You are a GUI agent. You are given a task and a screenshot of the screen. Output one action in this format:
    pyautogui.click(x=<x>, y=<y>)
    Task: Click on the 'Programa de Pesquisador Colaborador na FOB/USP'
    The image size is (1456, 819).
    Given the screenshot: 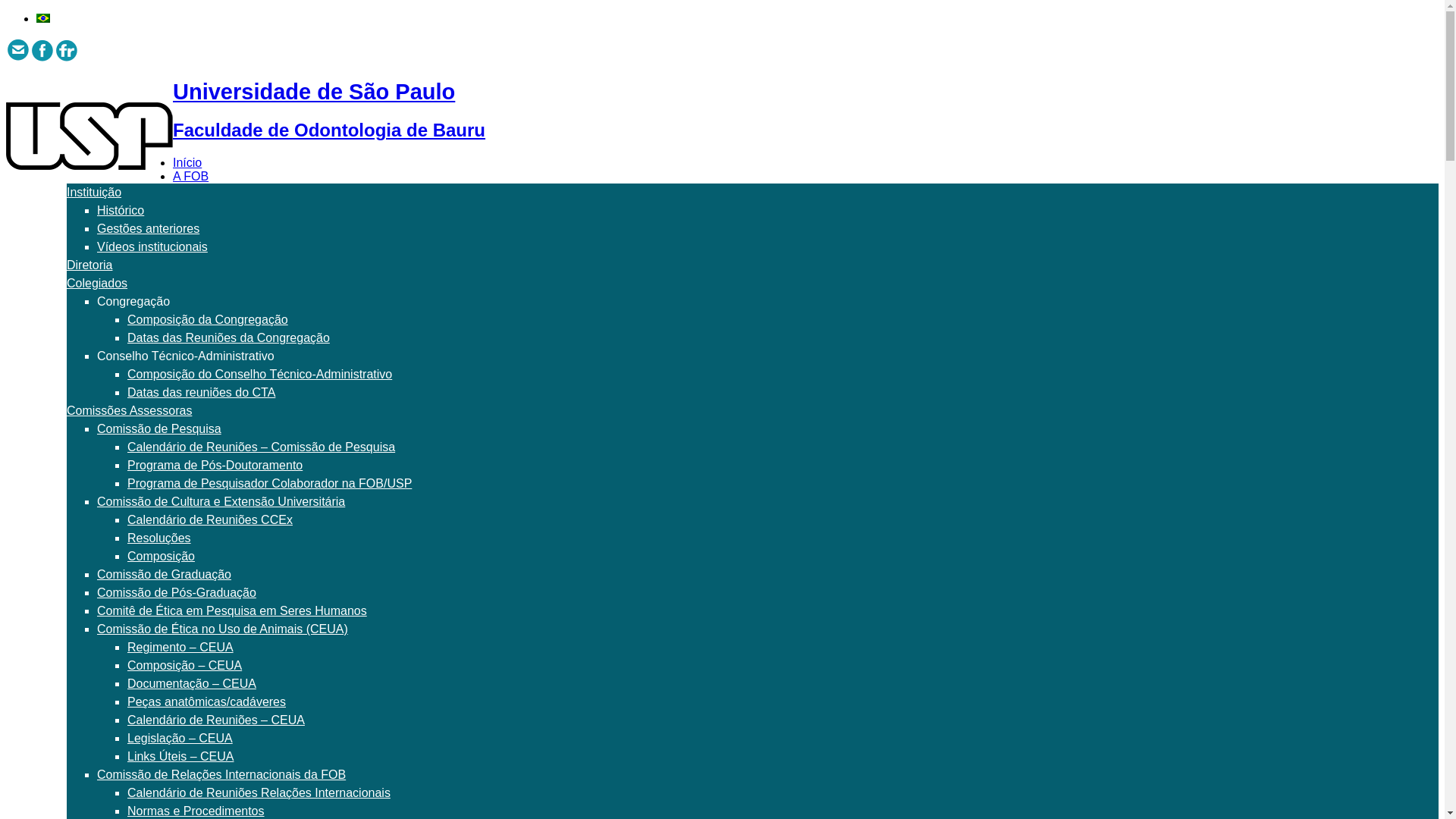 What is the action you would take?
    pyautogui.click(x=269, y=483)
    